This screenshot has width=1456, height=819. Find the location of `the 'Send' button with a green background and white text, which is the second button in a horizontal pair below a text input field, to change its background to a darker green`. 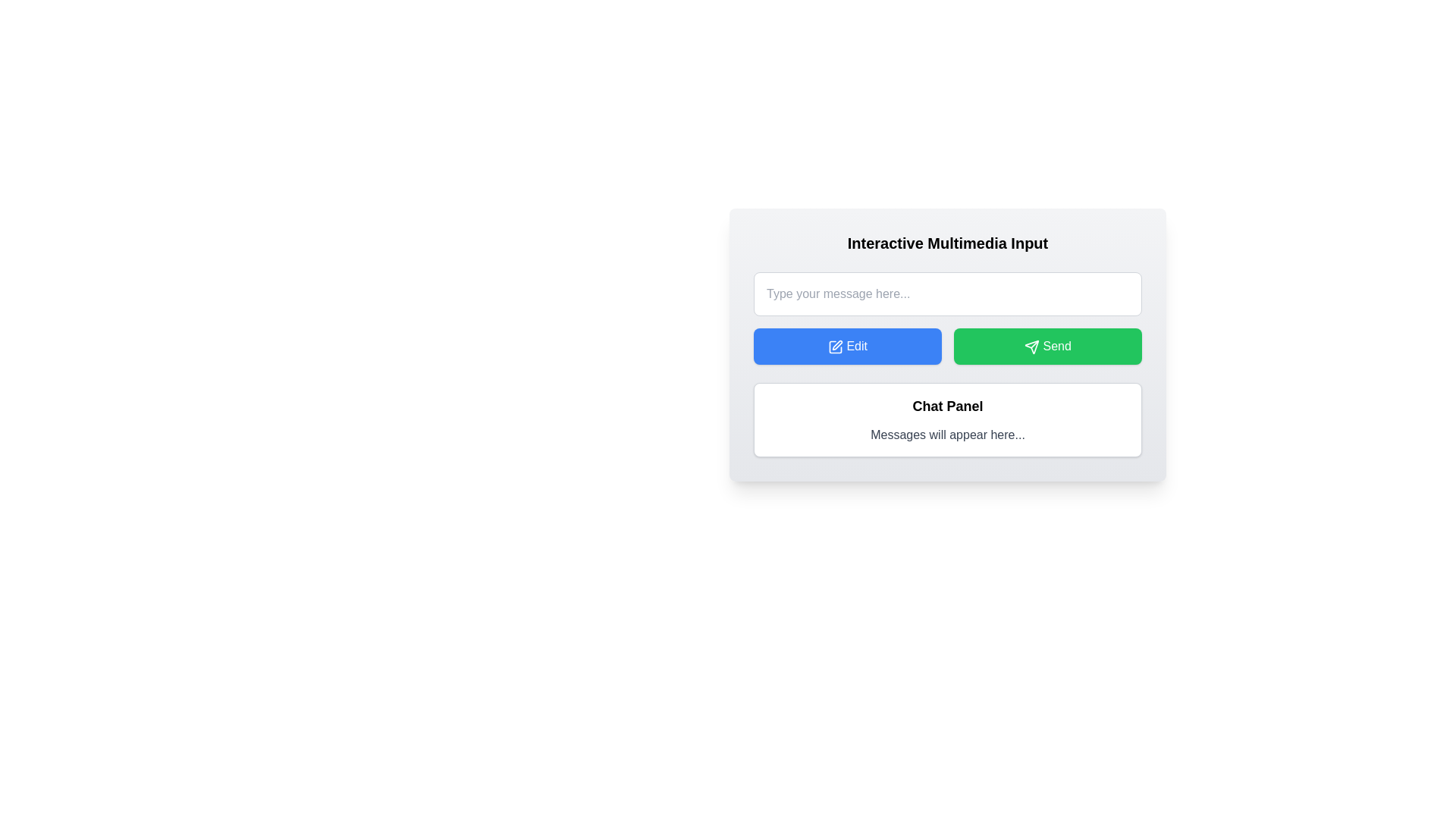

the 'Send' button with a green background and white text, which is the second button in a horizontal pair below a text input field, to change its background to a darker green is located at coordinates (1047, 346).